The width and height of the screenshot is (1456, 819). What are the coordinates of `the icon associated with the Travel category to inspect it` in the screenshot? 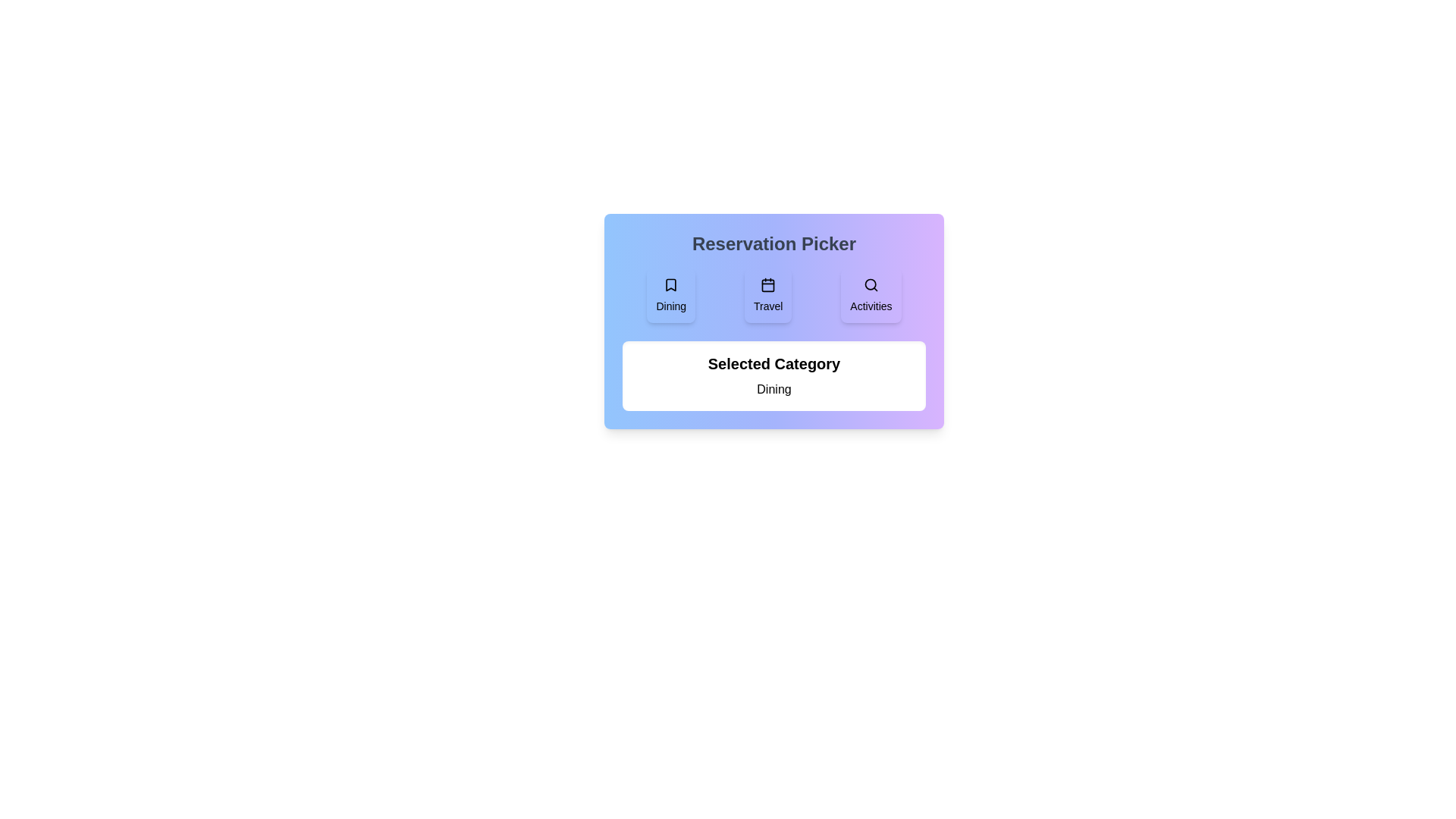 It's located at (768, 295).